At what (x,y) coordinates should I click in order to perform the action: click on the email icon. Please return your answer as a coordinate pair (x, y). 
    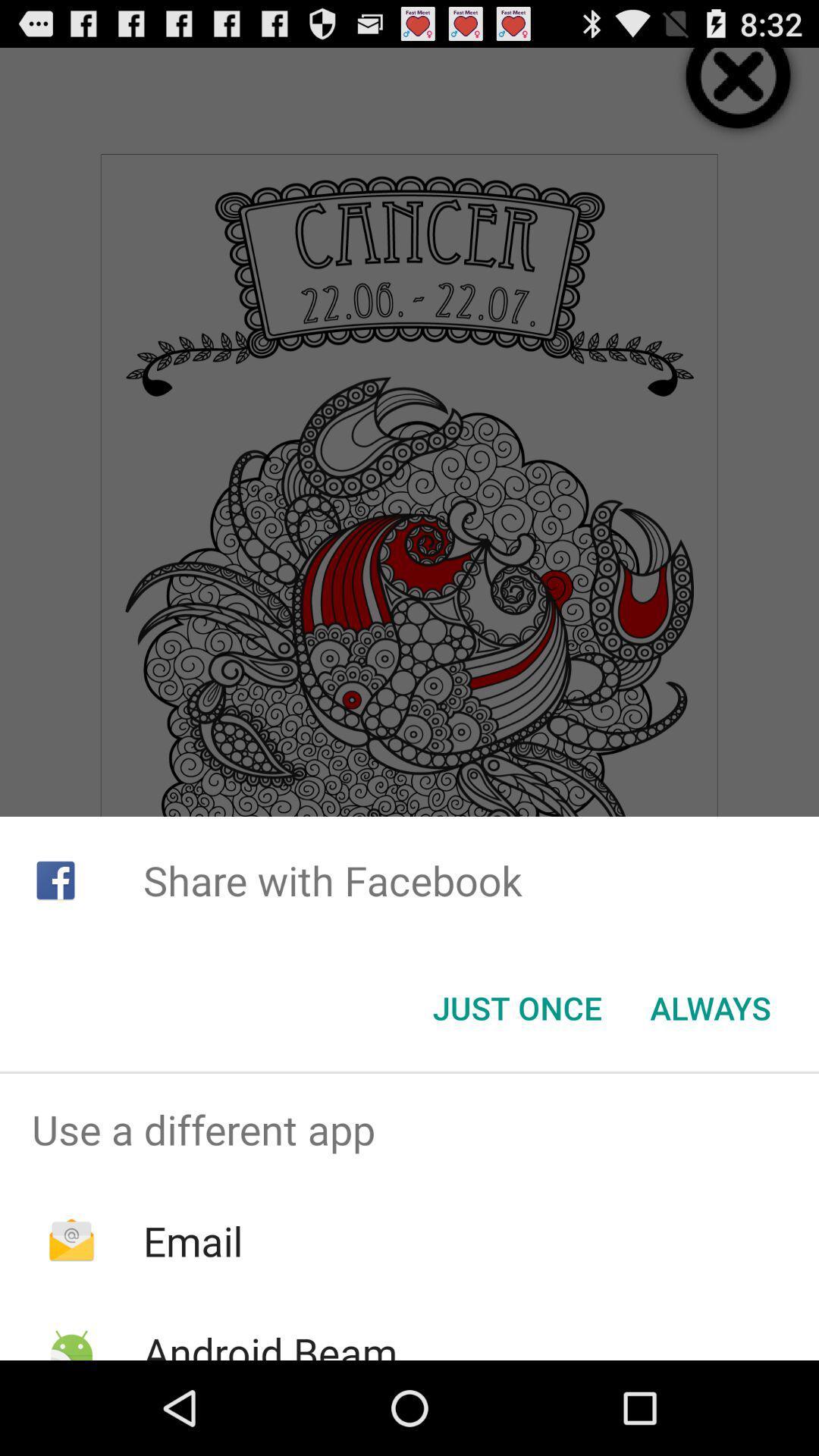
    Looking at the image, I should click on (192, 1241).